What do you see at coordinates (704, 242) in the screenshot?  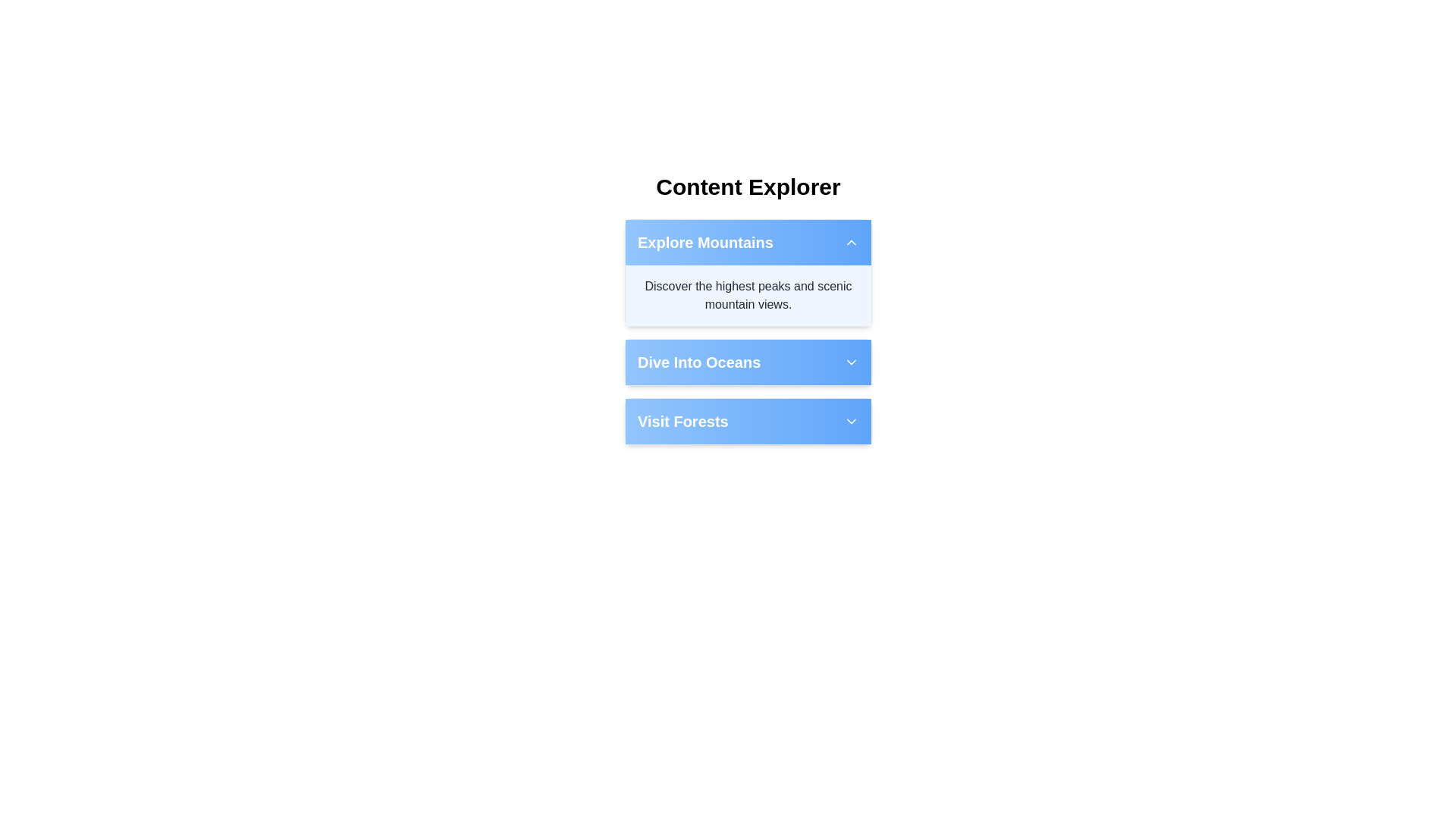 I see `the 'Explore Mountains' text label, which is styled in white on a blue background and is positioned on the left side of a horizontally aligned blue box with a gradient background` at bounding box center [704, 242].